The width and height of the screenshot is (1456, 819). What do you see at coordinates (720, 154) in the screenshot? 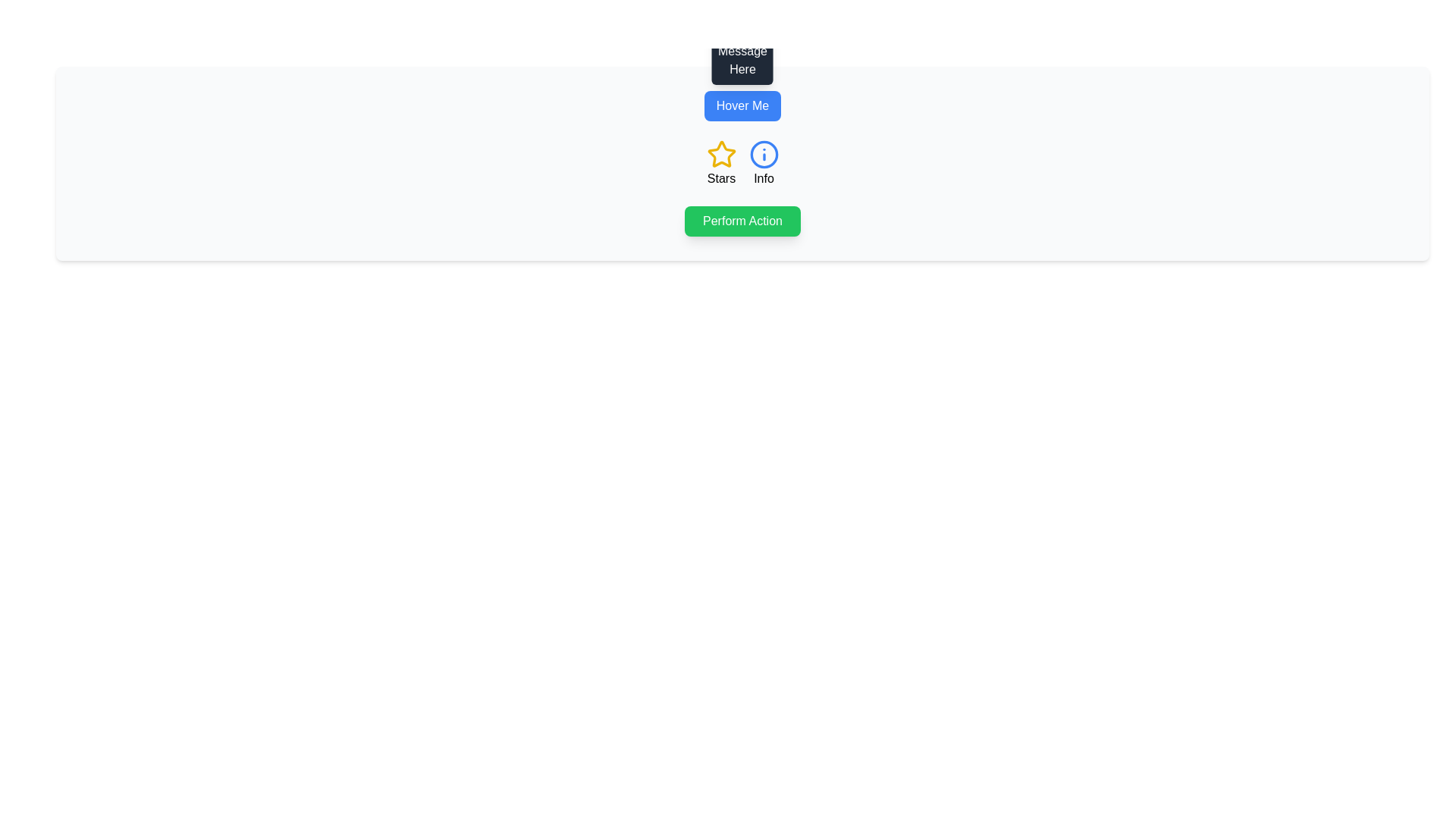
I see `the star-shaped icon with a bright yellow outline located to the left of the circular information icon` at bounding box center [720, 154].